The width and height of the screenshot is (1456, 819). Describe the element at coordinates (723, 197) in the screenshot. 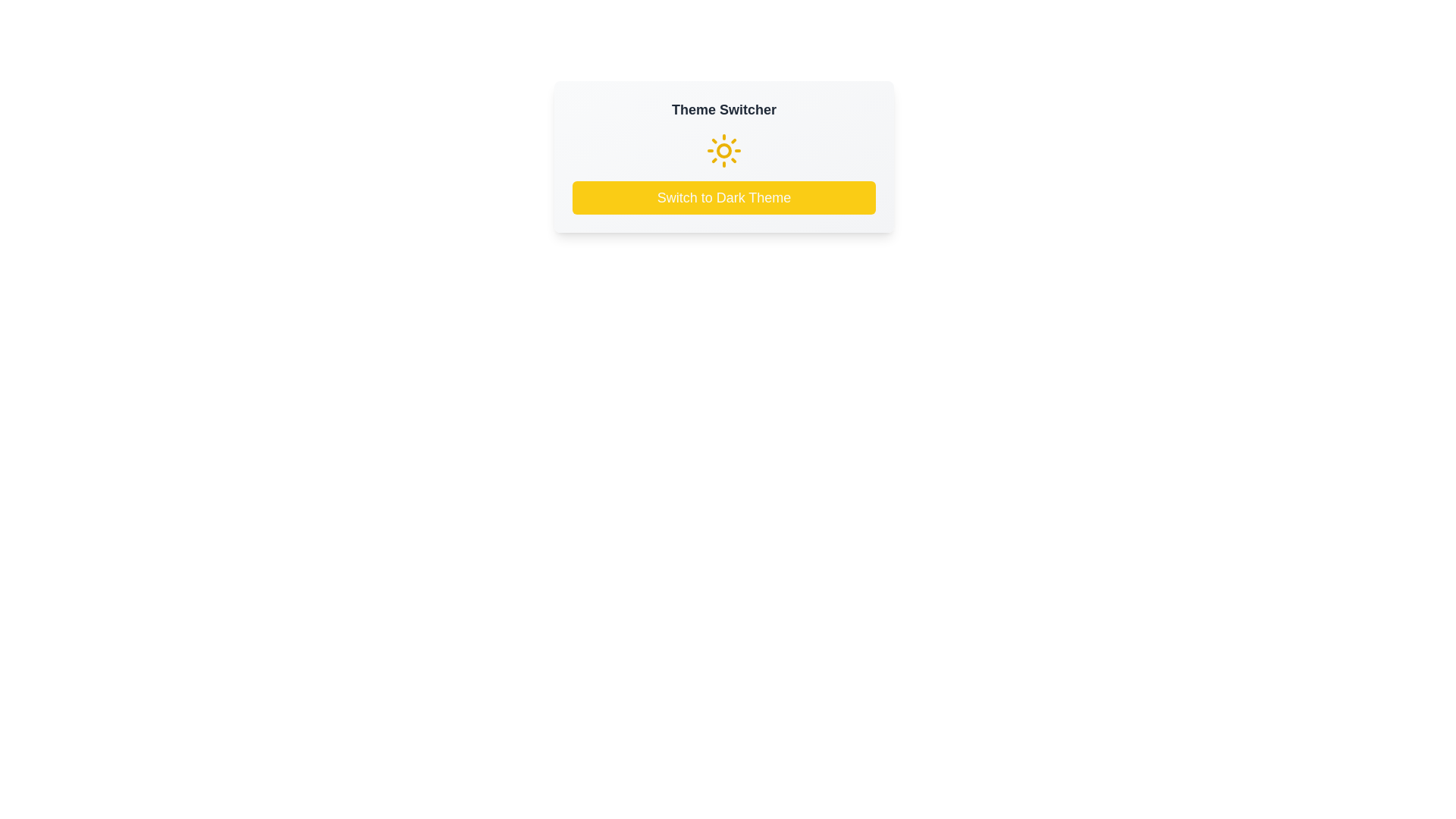

I see `button labeled 'Switch to Dark Theme' to toggle the theme` at that location.